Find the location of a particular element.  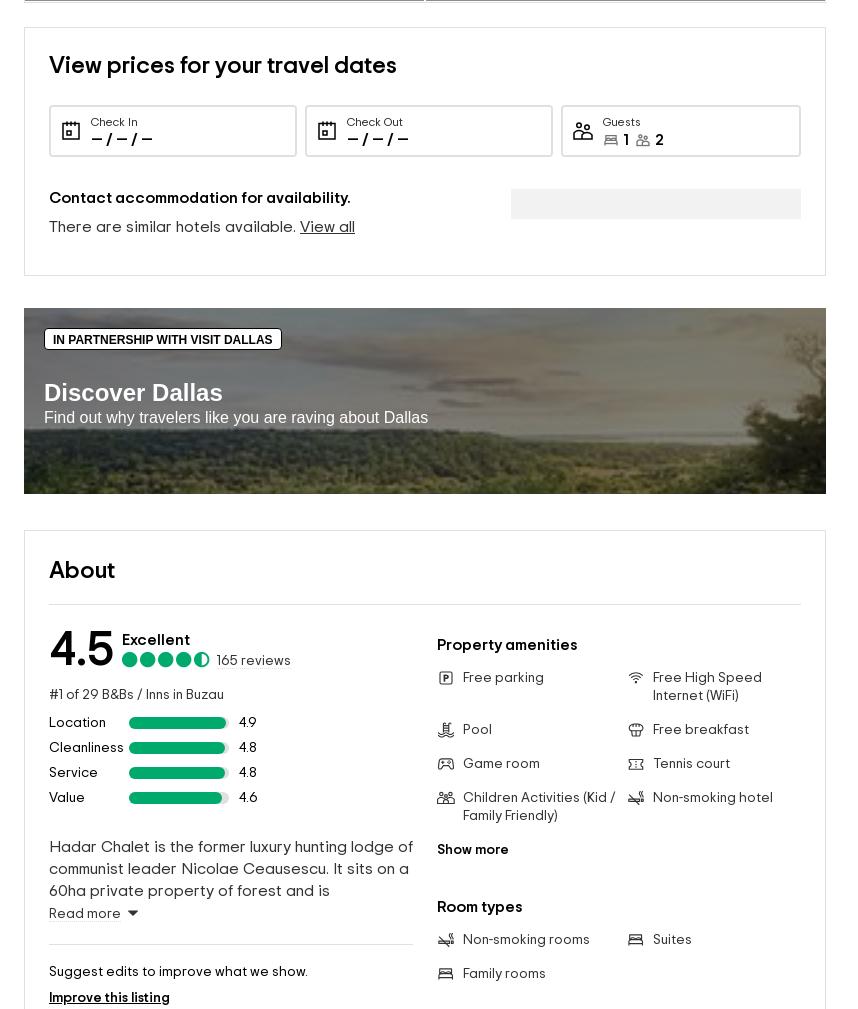

'Excellent' is located at coordinates (154, 608).